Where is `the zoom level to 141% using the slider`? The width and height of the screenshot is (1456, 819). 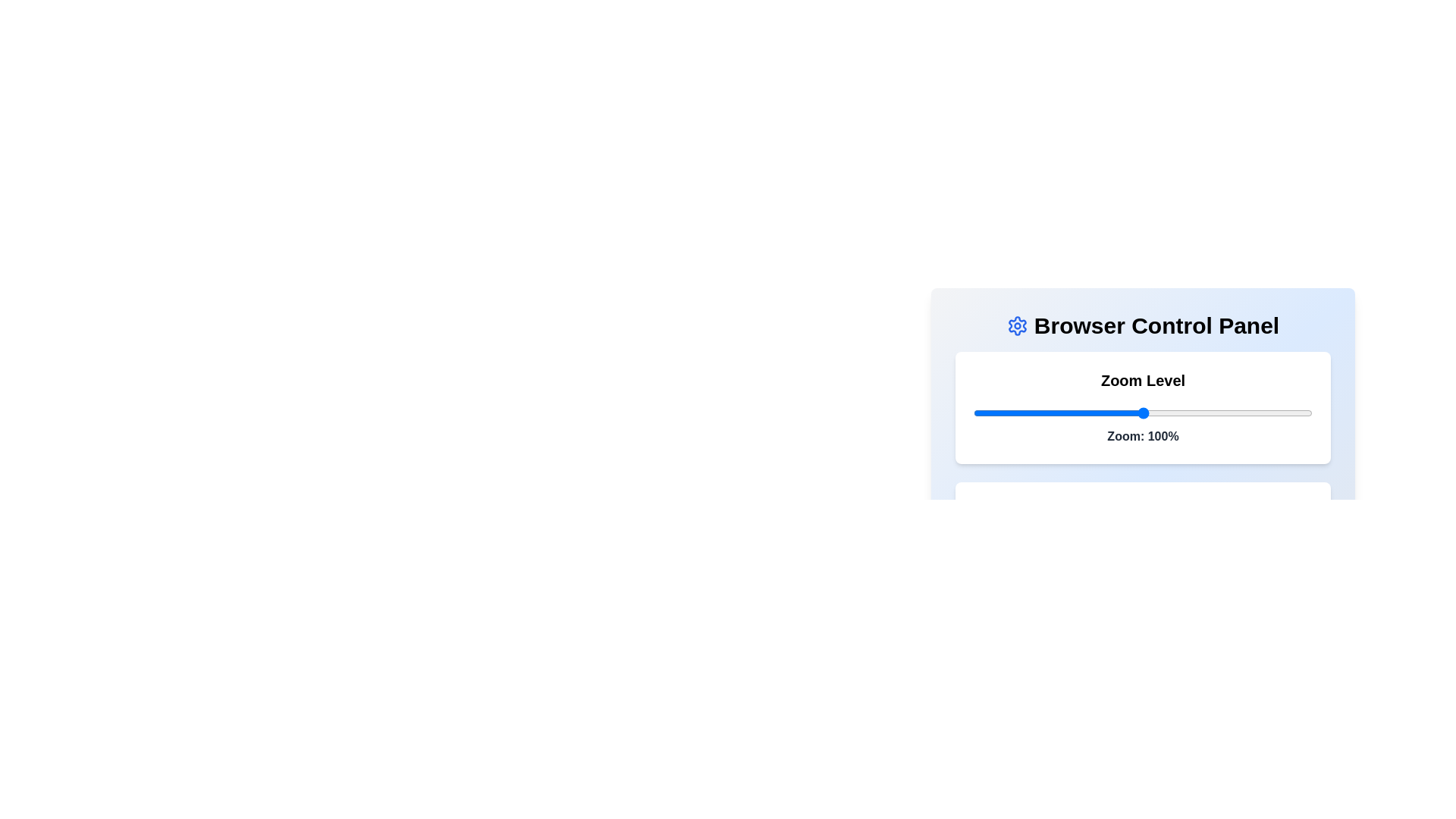 the zoom level to 141% using the slider is located at coordinates (1281, 413).